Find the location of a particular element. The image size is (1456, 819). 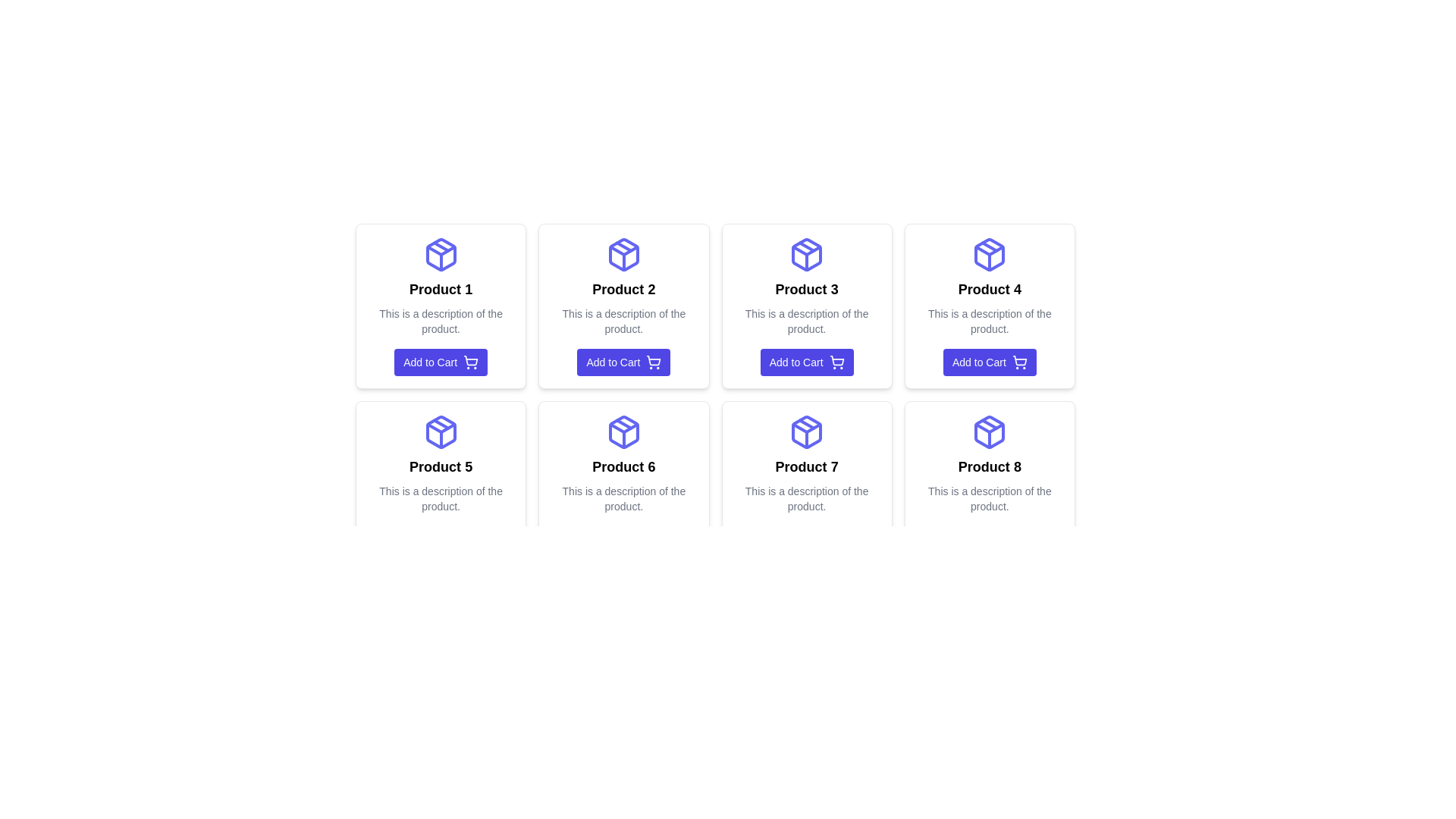

the text element displaying 'This is a description of the product.' which is styled with gray text, located below the title 'Product 7' and above the 'Add to Cart' button in the product card layout is located at coordinates (806, 499).